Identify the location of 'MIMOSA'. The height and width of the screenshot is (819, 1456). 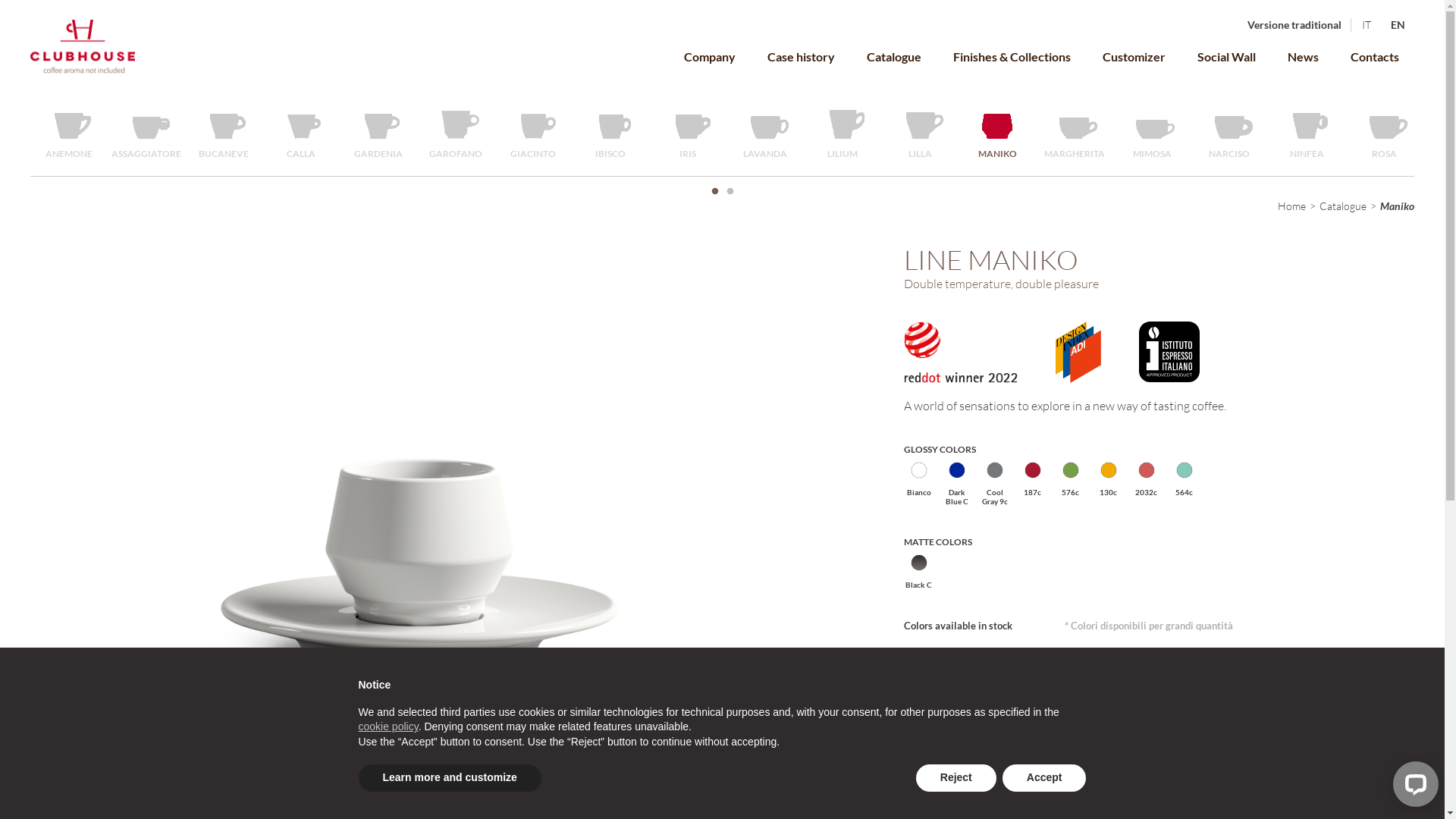
(1151, 130).